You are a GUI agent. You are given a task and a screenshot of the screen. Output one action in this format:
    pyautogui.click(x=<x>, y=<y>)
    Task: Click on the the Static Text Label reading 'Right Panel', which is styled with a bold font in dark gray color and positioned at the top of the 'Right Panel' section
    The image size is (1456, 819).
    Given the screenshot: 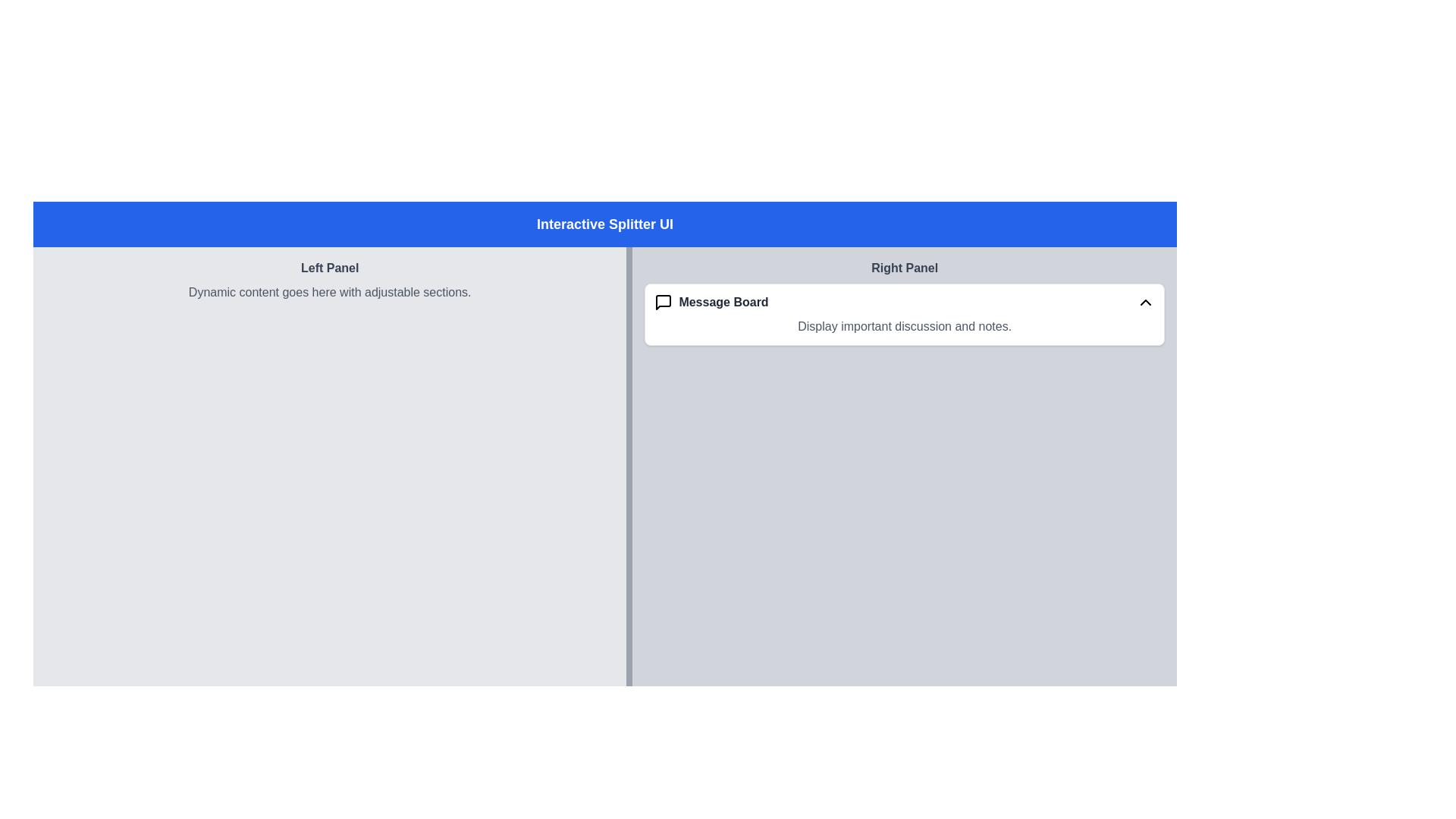 What is the action you would take?
    pyautogui.click(x=905, y=268)
    